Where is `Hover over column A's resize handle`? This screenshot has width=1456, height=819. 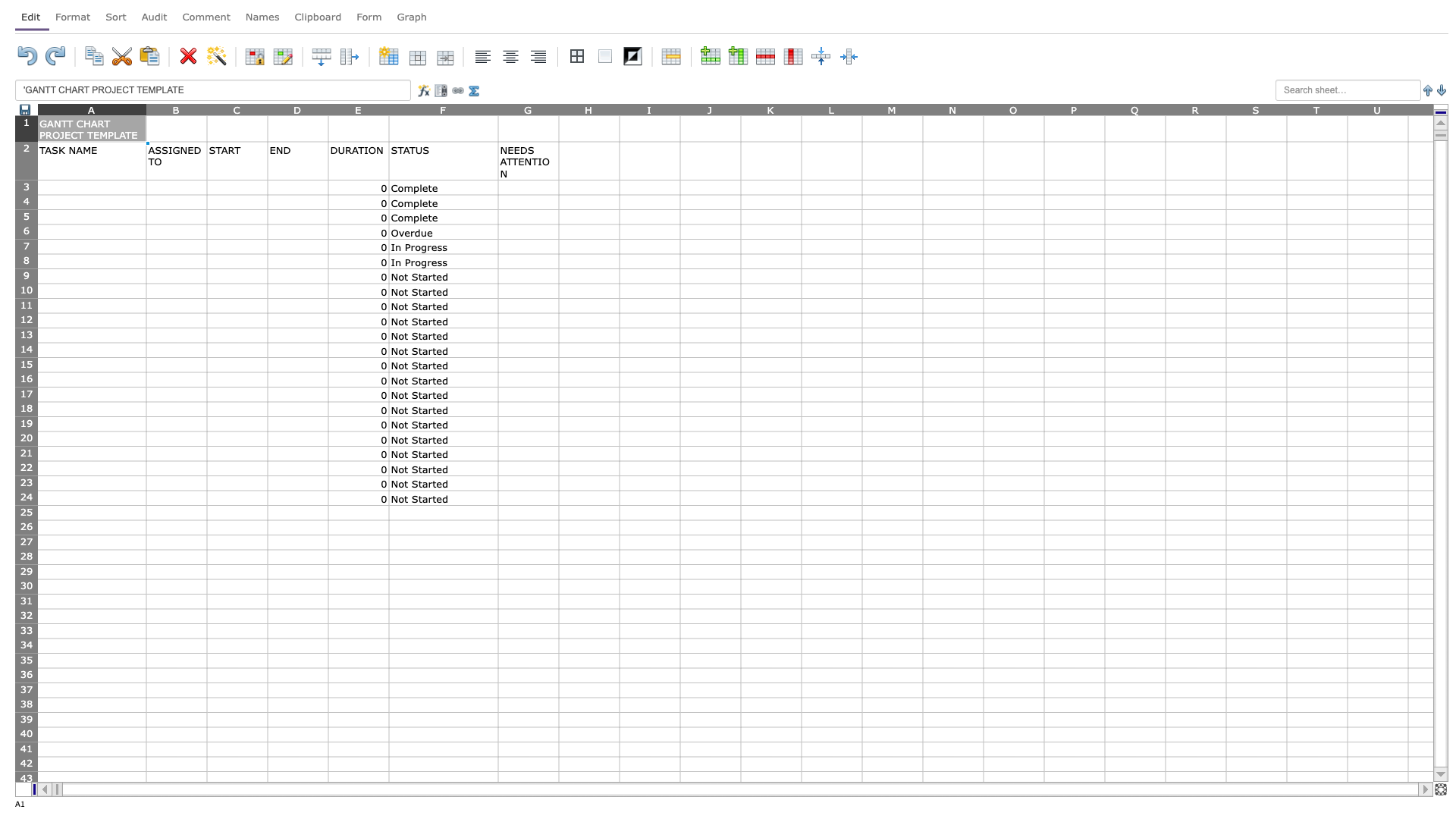
Hover over column A's resize handle is located at coordinates (146, 108).